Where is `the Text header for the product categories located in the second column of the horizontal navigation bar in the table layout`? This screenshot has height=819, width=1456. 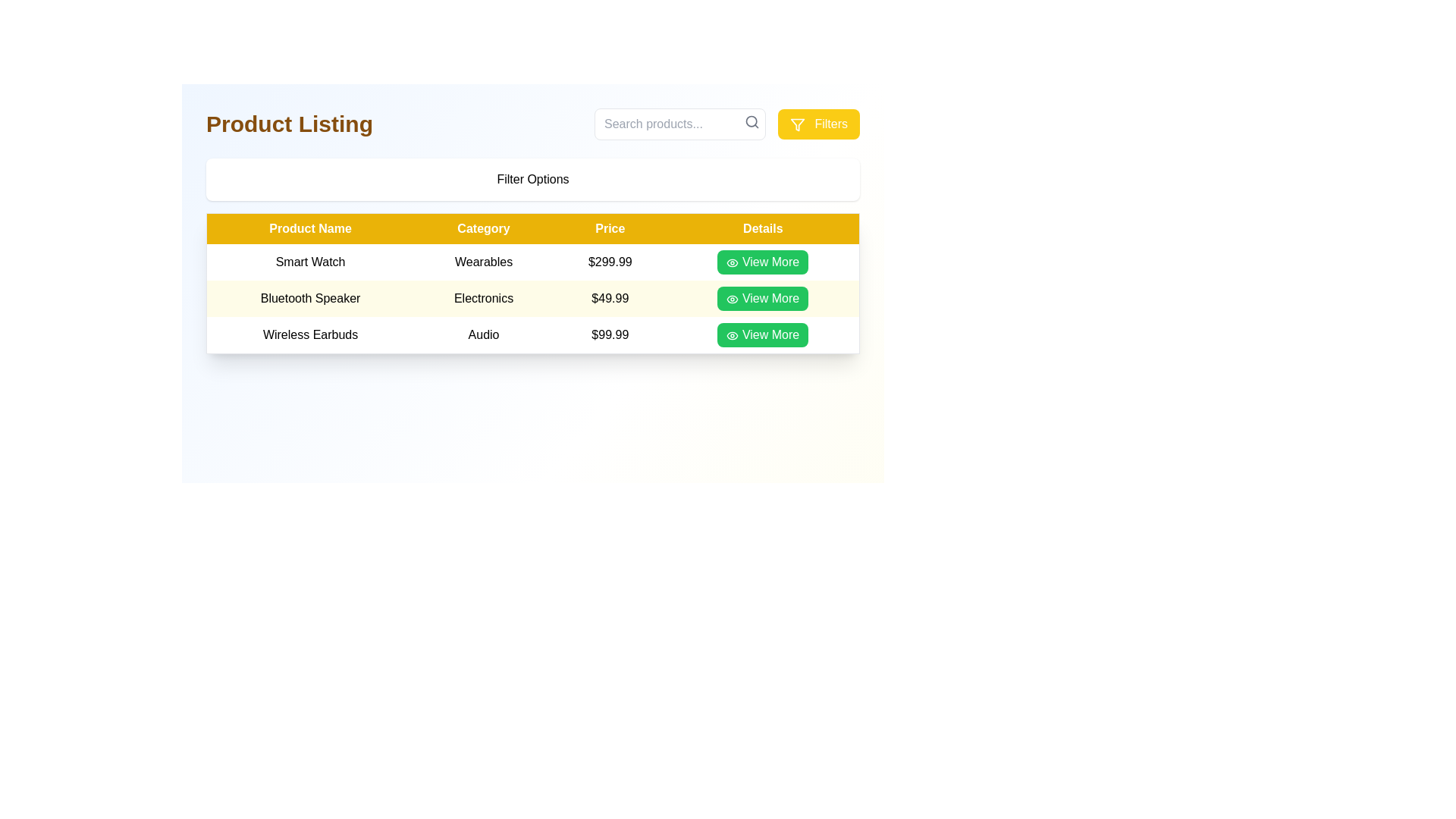
the Text header for the product categories located in the second column of the horizontal navigation bar in the table layout is located at coordinates (483, 228).